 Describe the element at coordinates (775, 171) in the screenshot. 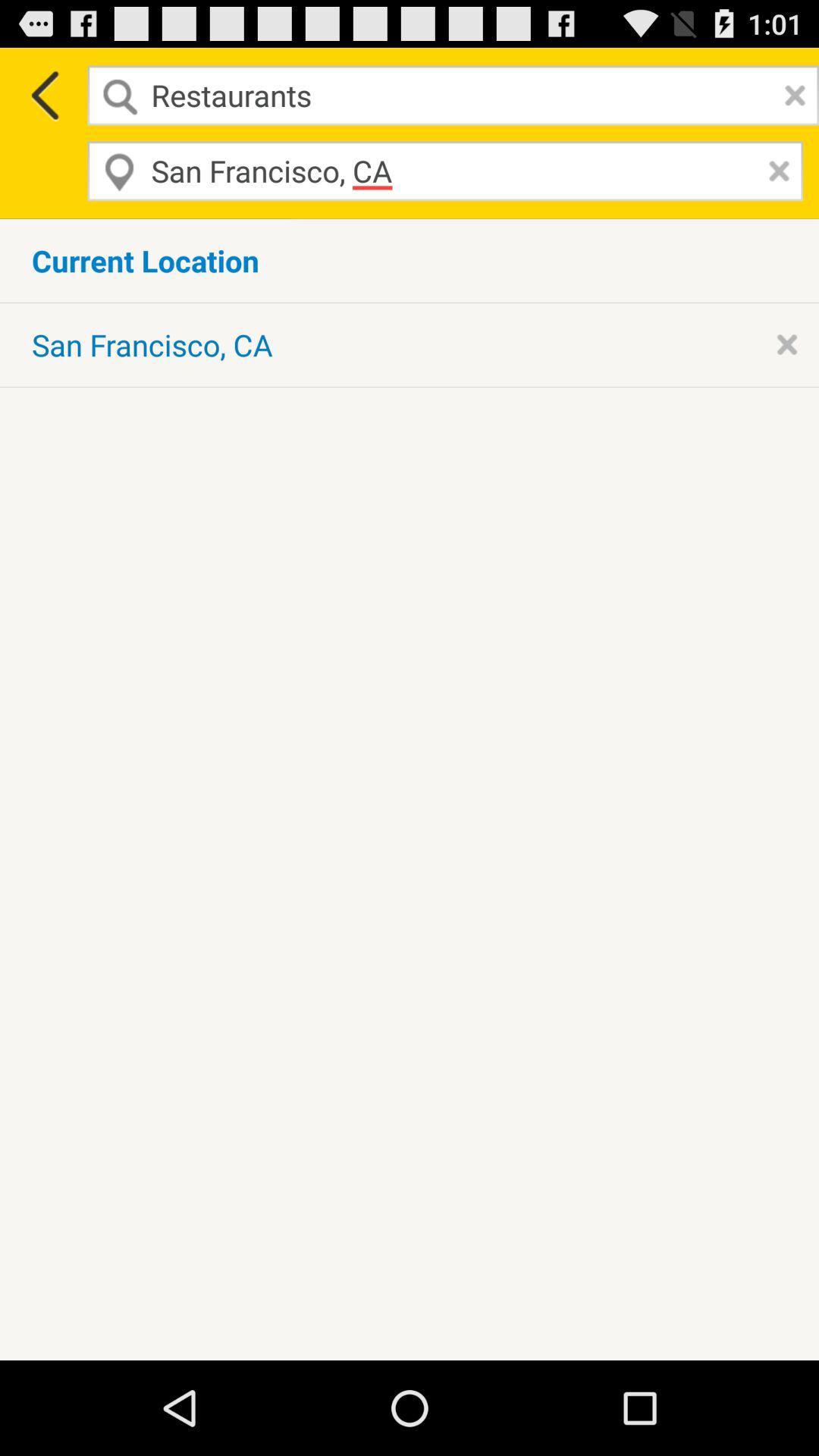

I see `clear field` at that location.